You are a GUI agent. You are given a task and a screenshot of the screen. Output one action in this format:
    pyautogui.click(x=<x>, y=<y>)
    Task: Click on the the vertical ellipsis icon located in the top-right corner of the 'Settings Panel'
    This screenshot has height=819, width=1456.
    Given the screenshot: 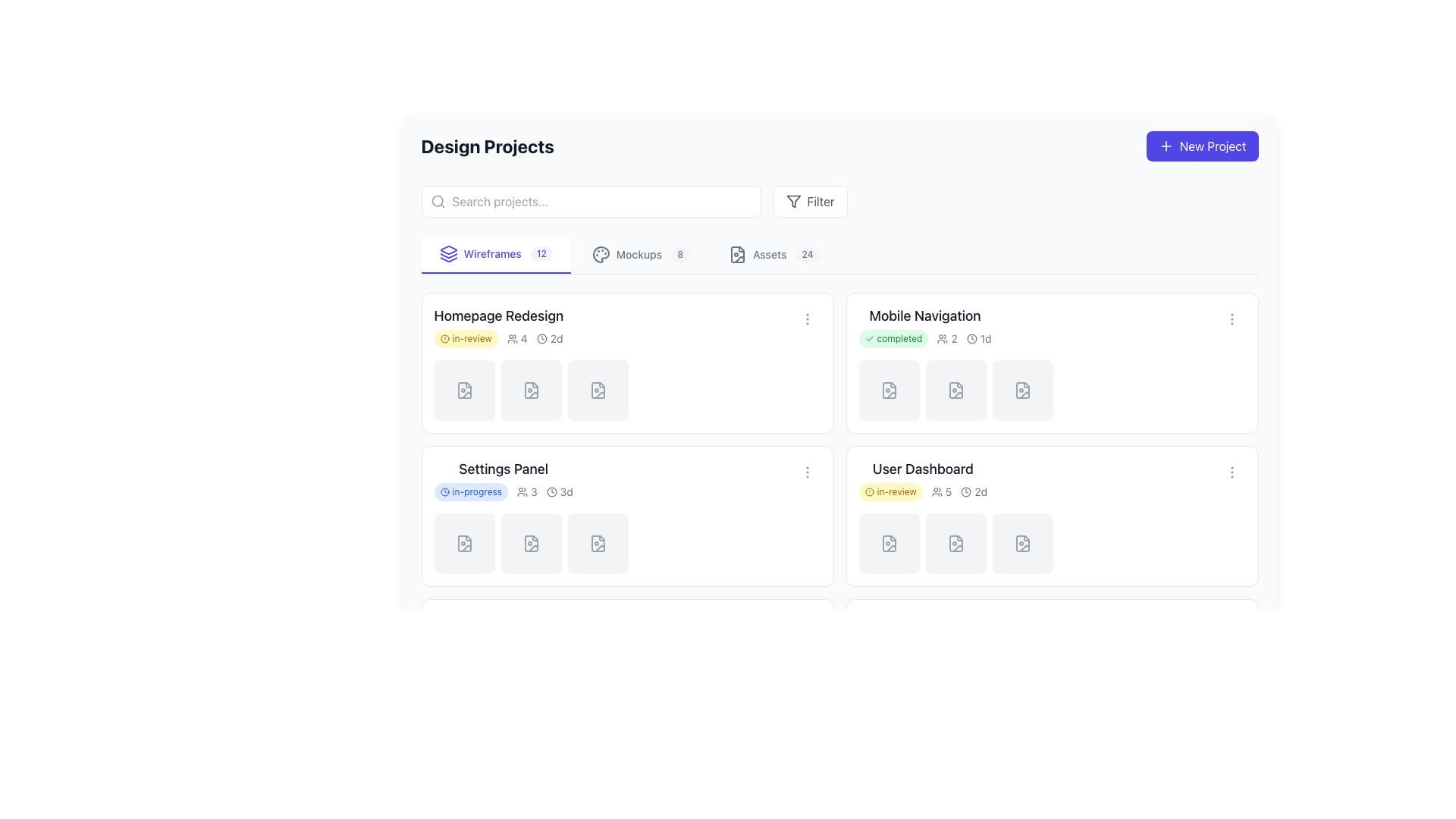 What is the action you would take?
    pyautogui.click(x=806, y=472)
    